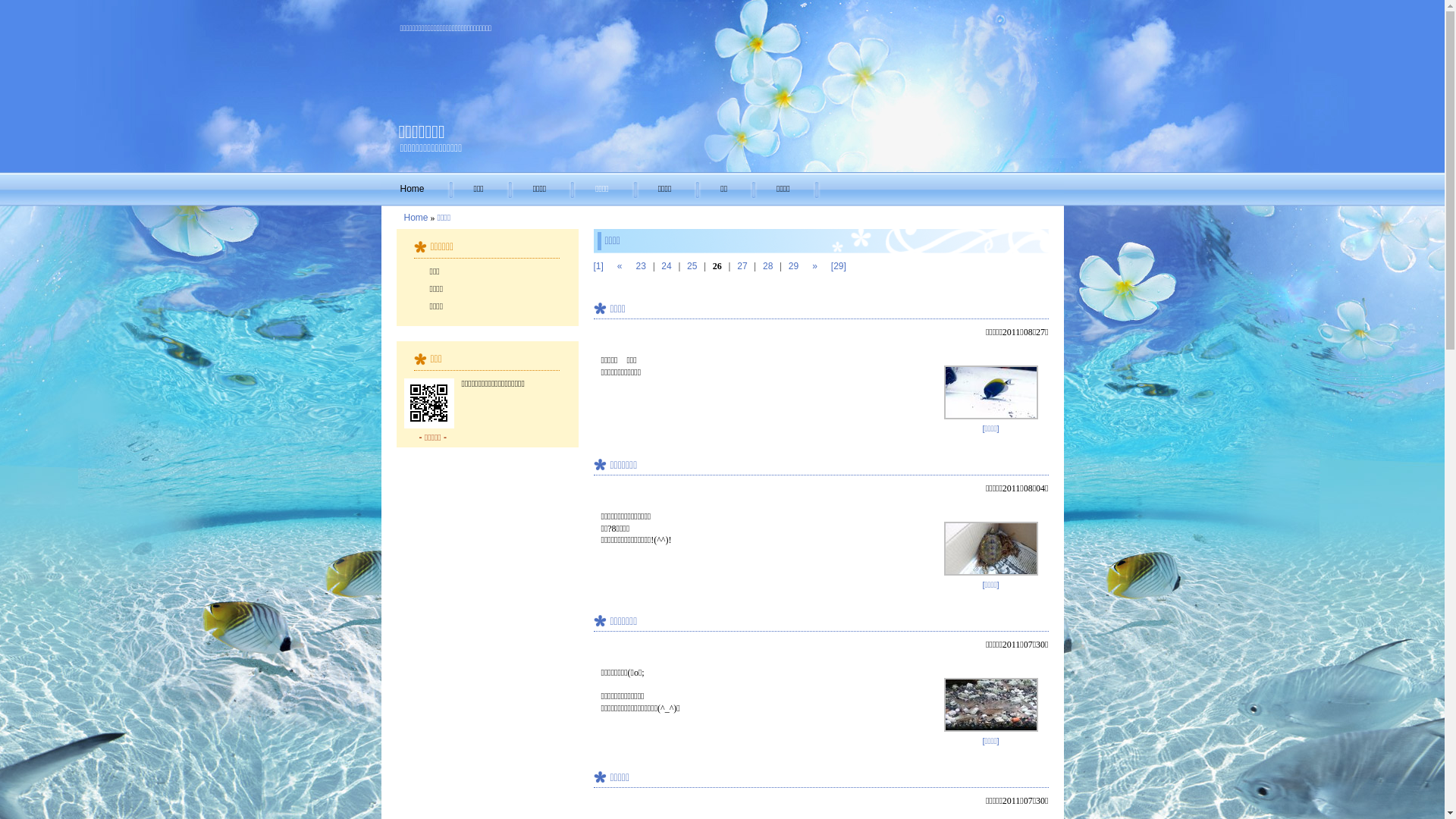  Describe the element at coordinates (597, 265) in the screenshot. I see `'[1]'` at that location.